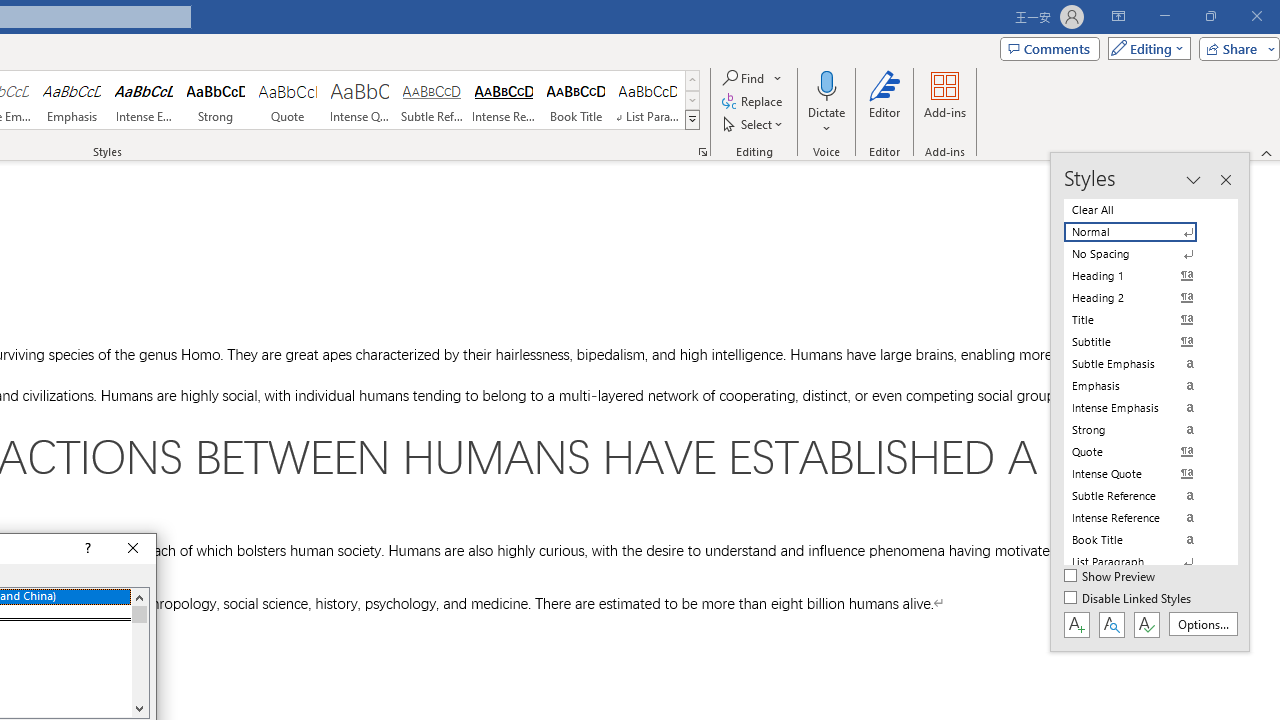 This screenshot has height=720, width=1280. What do you see at coordinates (1142, 231) in the screenshot?
I see `'Normal'` at bounding box center [1142, 231].